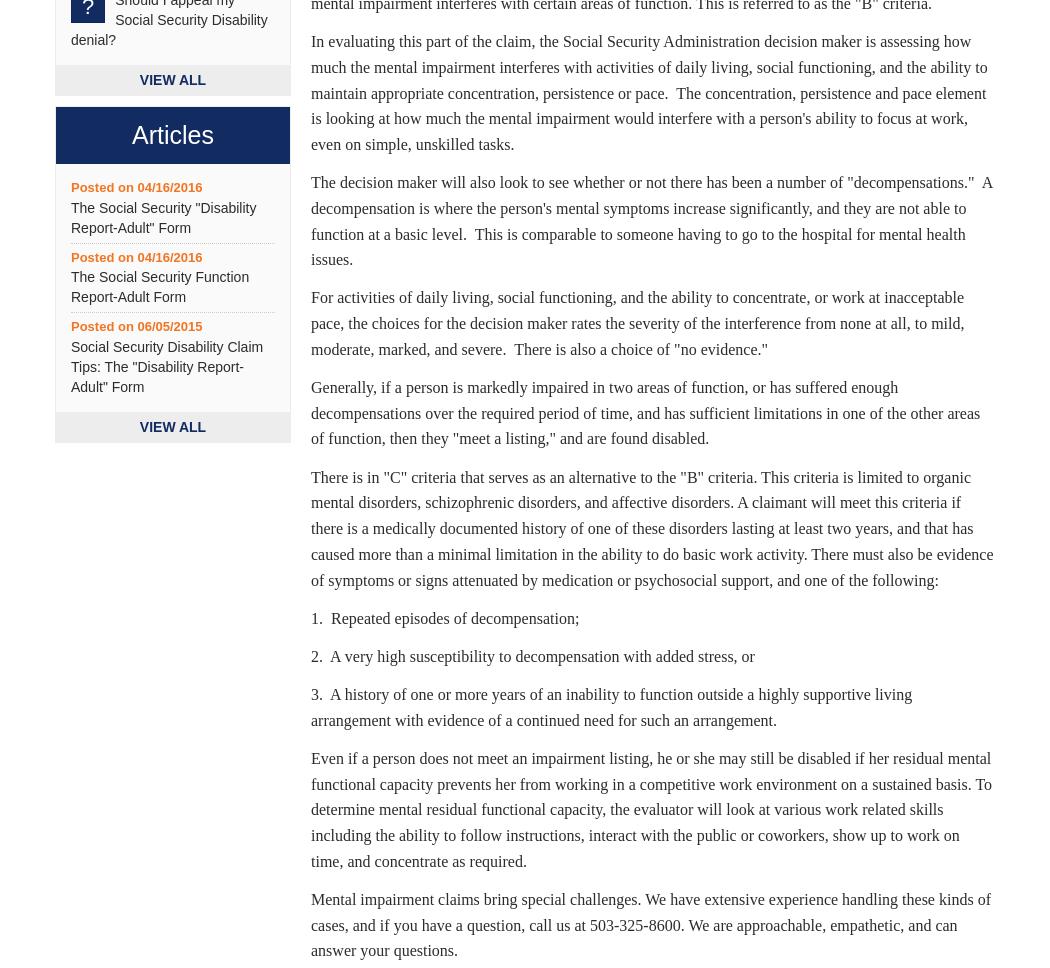  Describe the element at coordinates (311, 527) in the screenshot. I see `'There is in "C" criteria that serves as an alternative to the "B" criteria. This criteria is limited to organic mental disorders, schizophrenic disorders, and affective disorders. A claimant will meet this criteria if there is a medically documented history of one of these disorders lasting at least two years, and that has caused more than a minimal limitation in the ability to do basic work activity. There must also be evidence of symptoms or signs attenuated by medication or psychosocial support, and one of the following:'` at that location.